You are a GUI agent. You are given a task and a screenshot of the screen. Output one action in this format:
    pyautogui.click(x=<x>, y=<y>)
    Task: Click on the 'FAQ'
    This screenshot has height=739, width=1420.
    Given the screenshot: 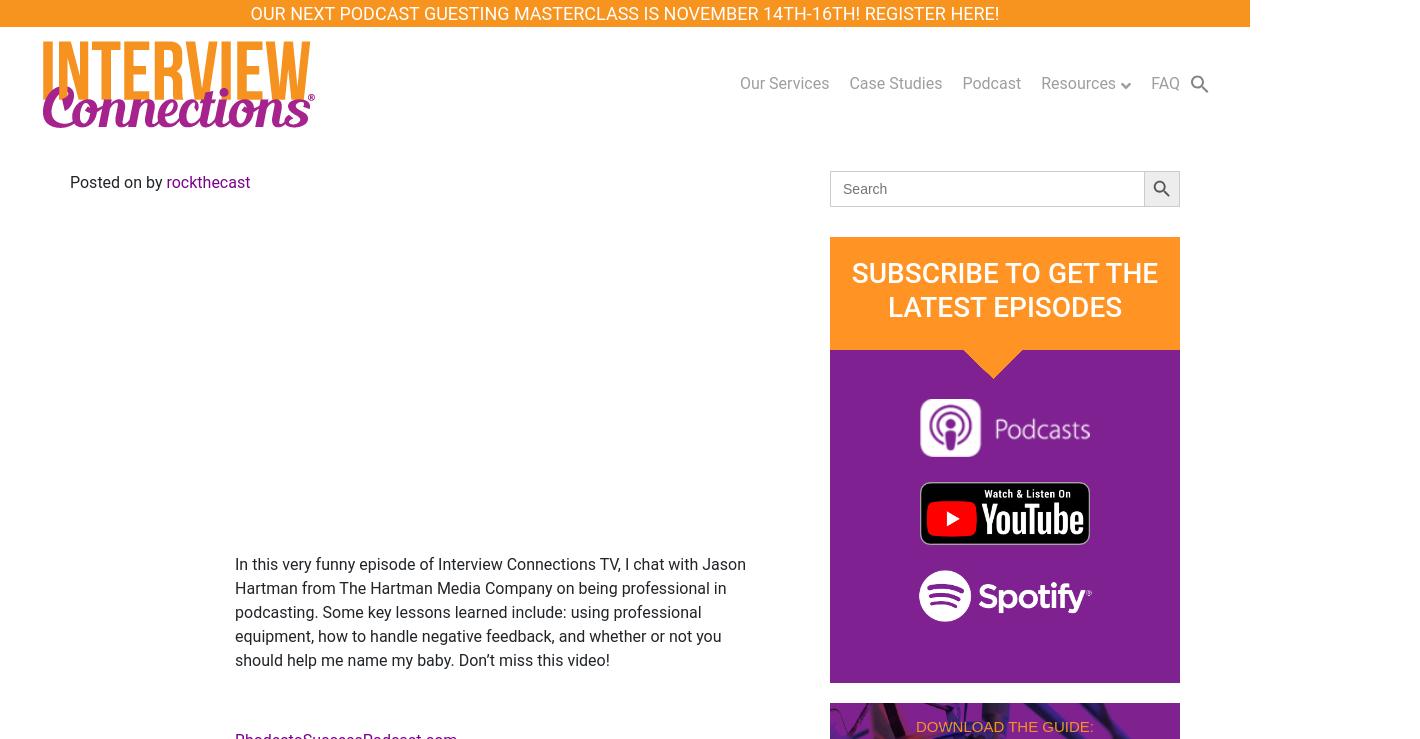 What is the action you would take?
    pyautogui.click(x=1151, y=82)
    